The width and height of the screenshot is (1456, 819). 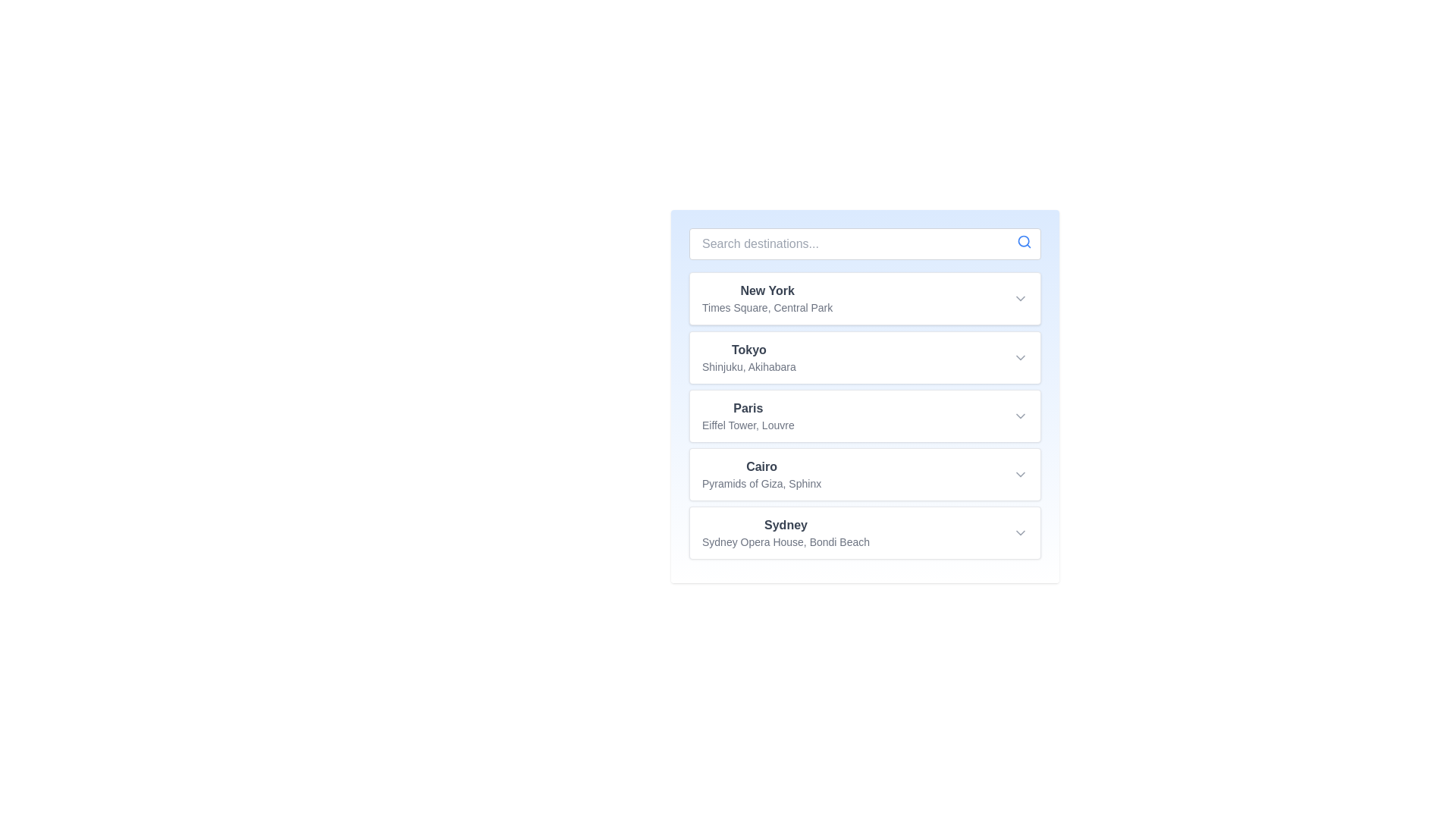 What do you see at coordinates (1020, 416) in the screenshot?
I see `the downward-pointing chevron icon styled with light gray color located on the far-right side of the dropdown section for the list item labeled 'Paris'` at bounding box center [1020, 416].